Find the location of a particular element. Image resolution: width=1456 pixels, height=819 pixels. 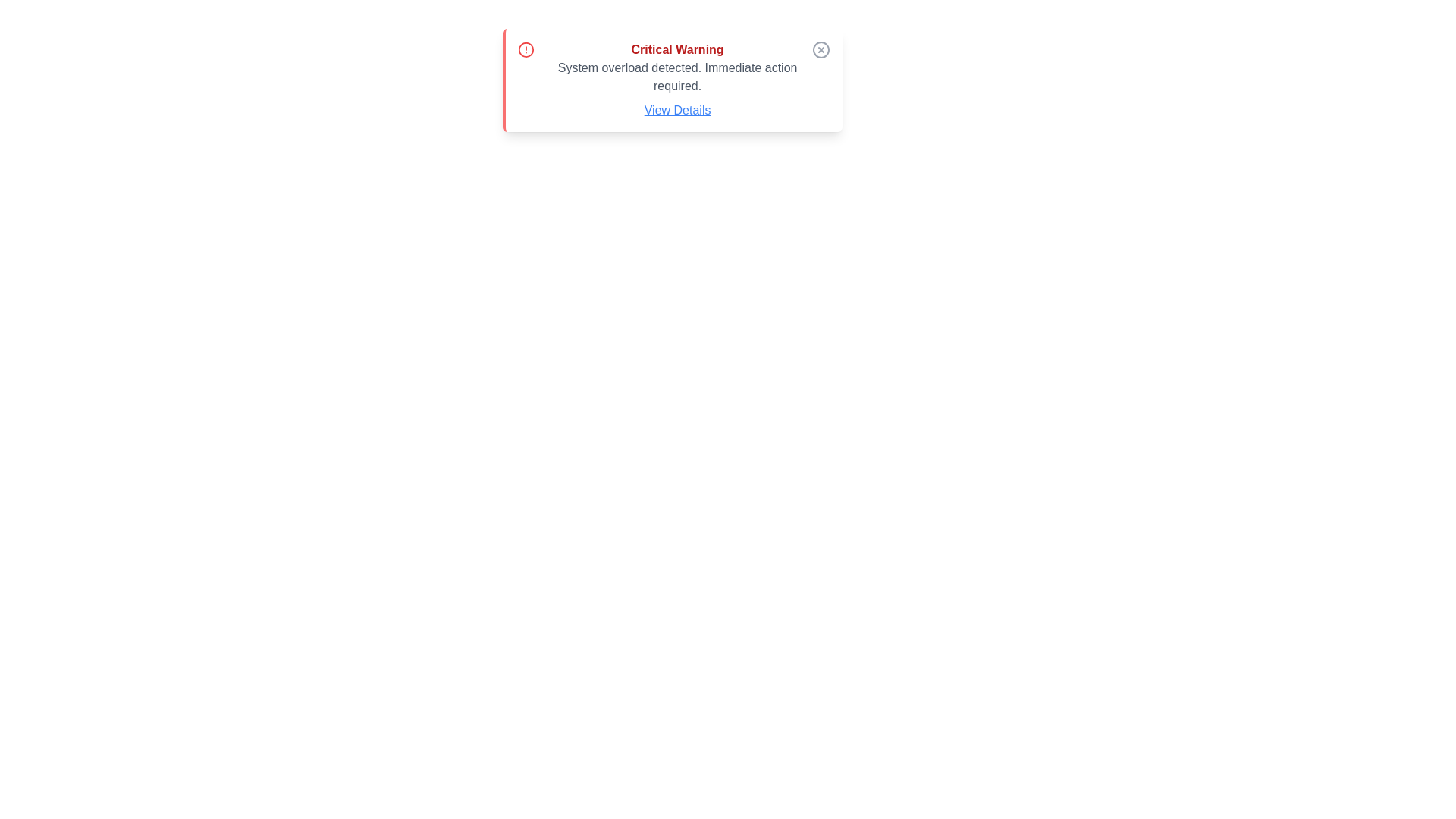

the 'View Details' hyperlink, which is styled in blue with an underline and is located at the bottom of the warning message box is located at coordinates (676, 110).